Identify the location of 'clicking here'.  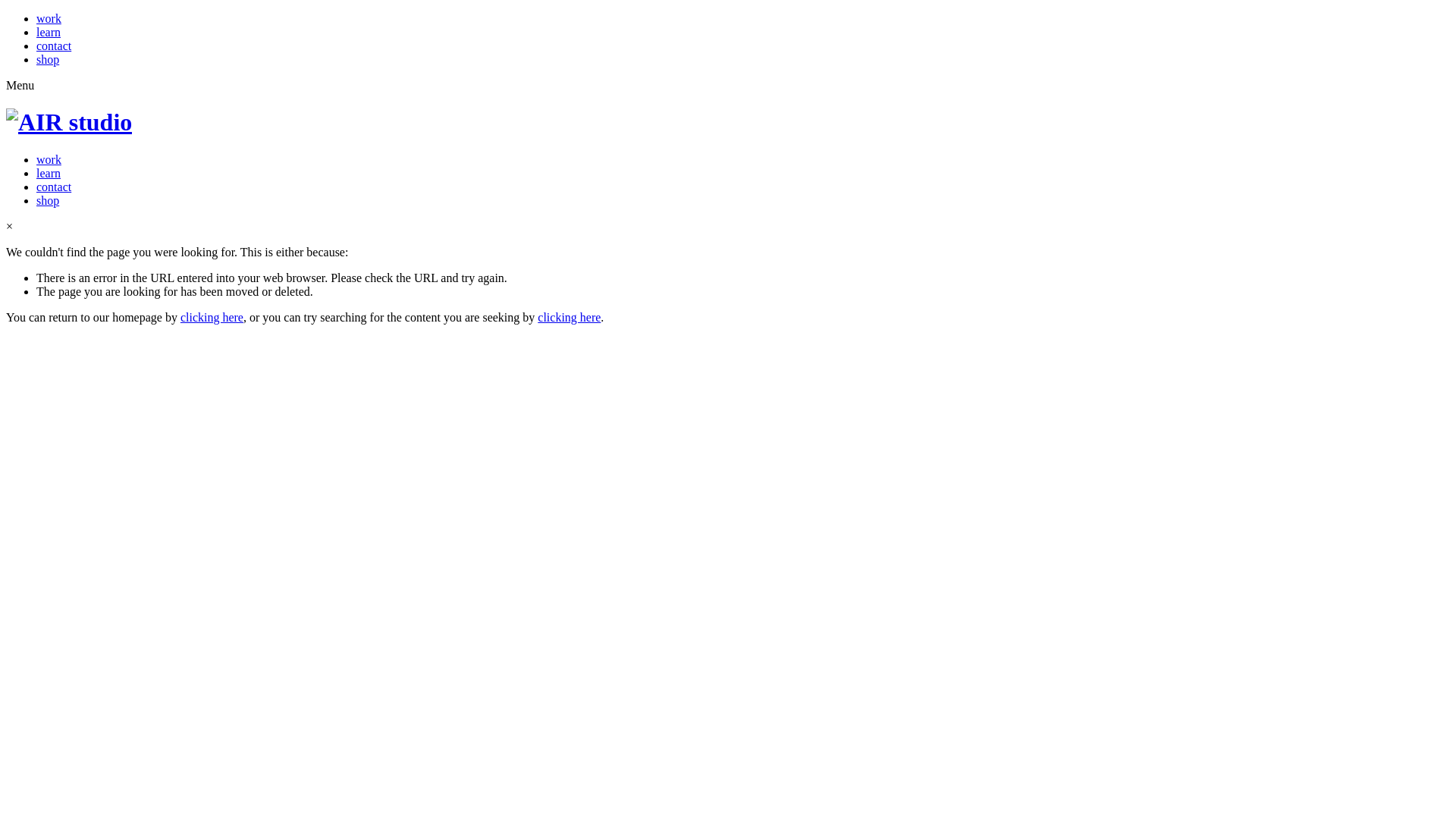
(538, 316).